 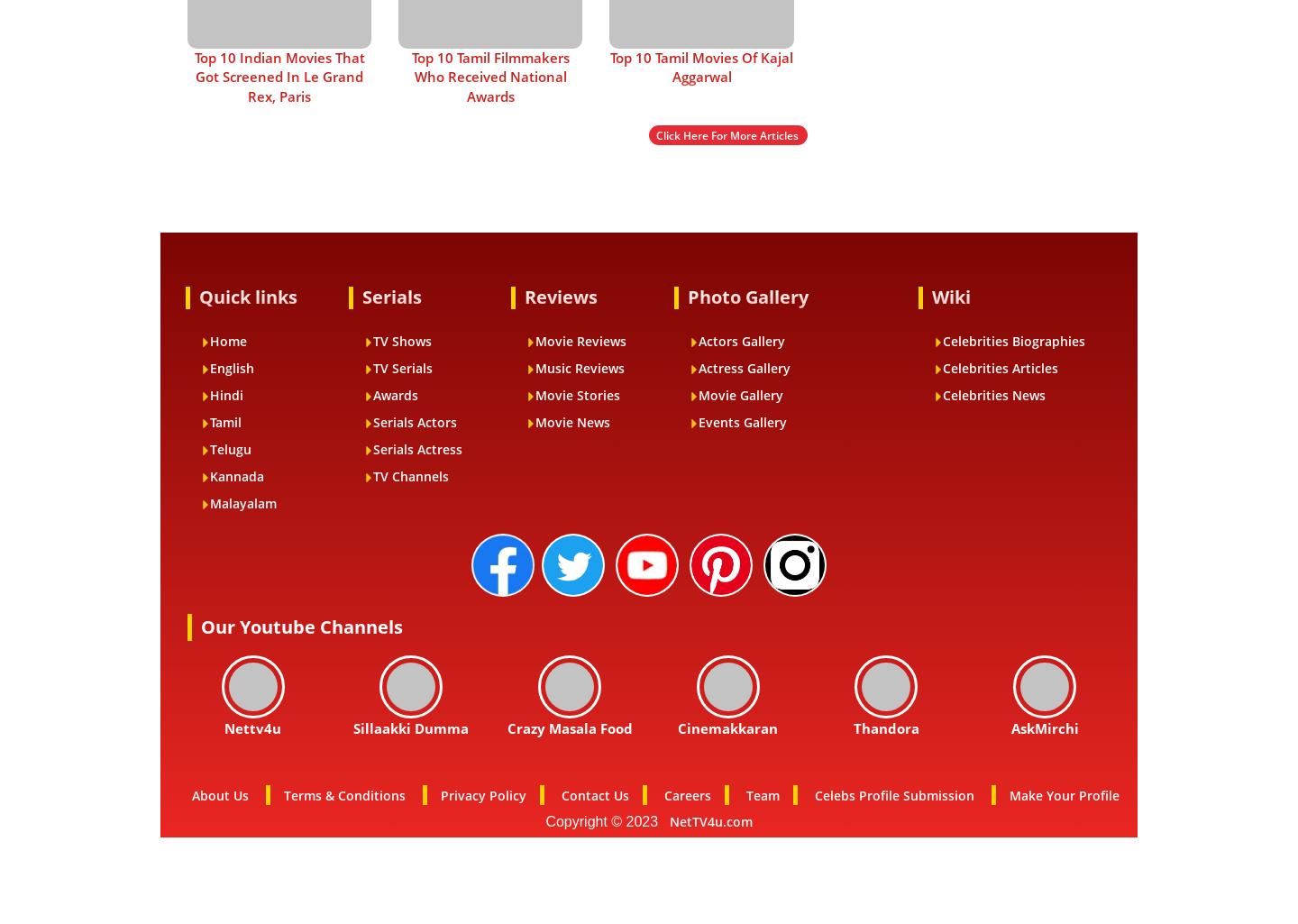 I want to click on 'Careers', so click(x=687, y=794).